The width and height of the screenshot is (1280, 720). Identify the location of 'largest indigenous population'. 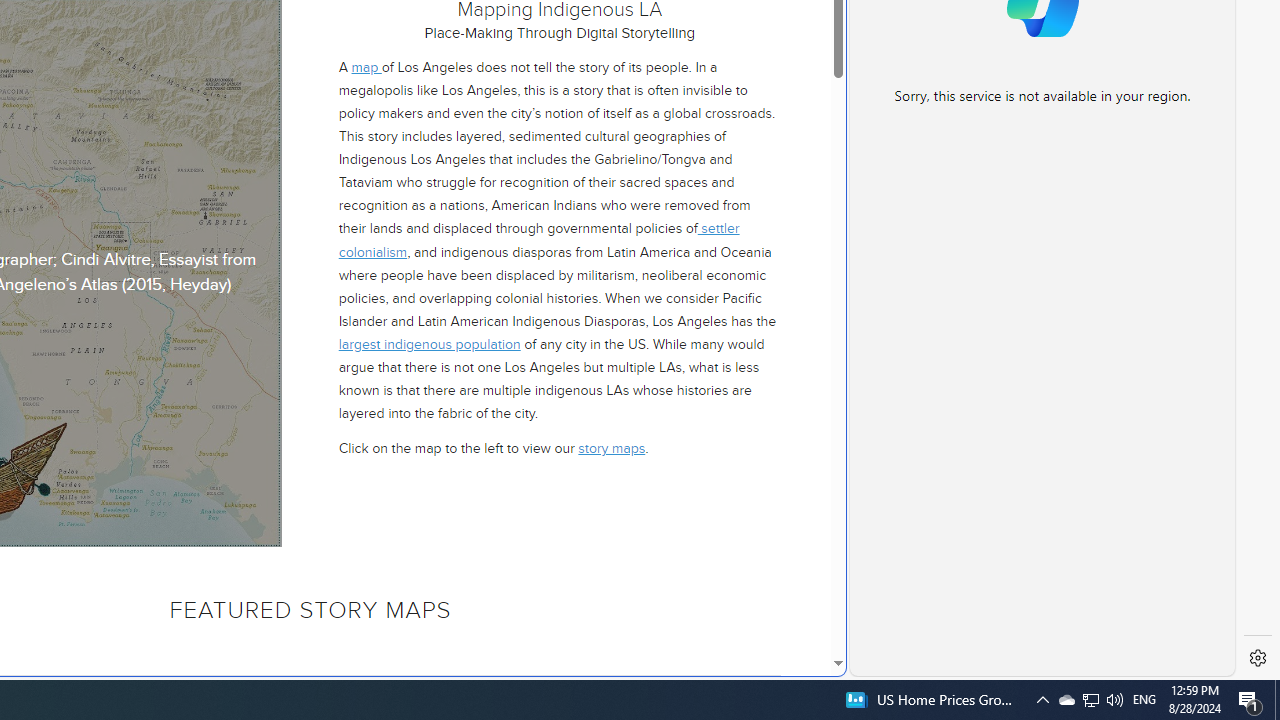
(428, 343).